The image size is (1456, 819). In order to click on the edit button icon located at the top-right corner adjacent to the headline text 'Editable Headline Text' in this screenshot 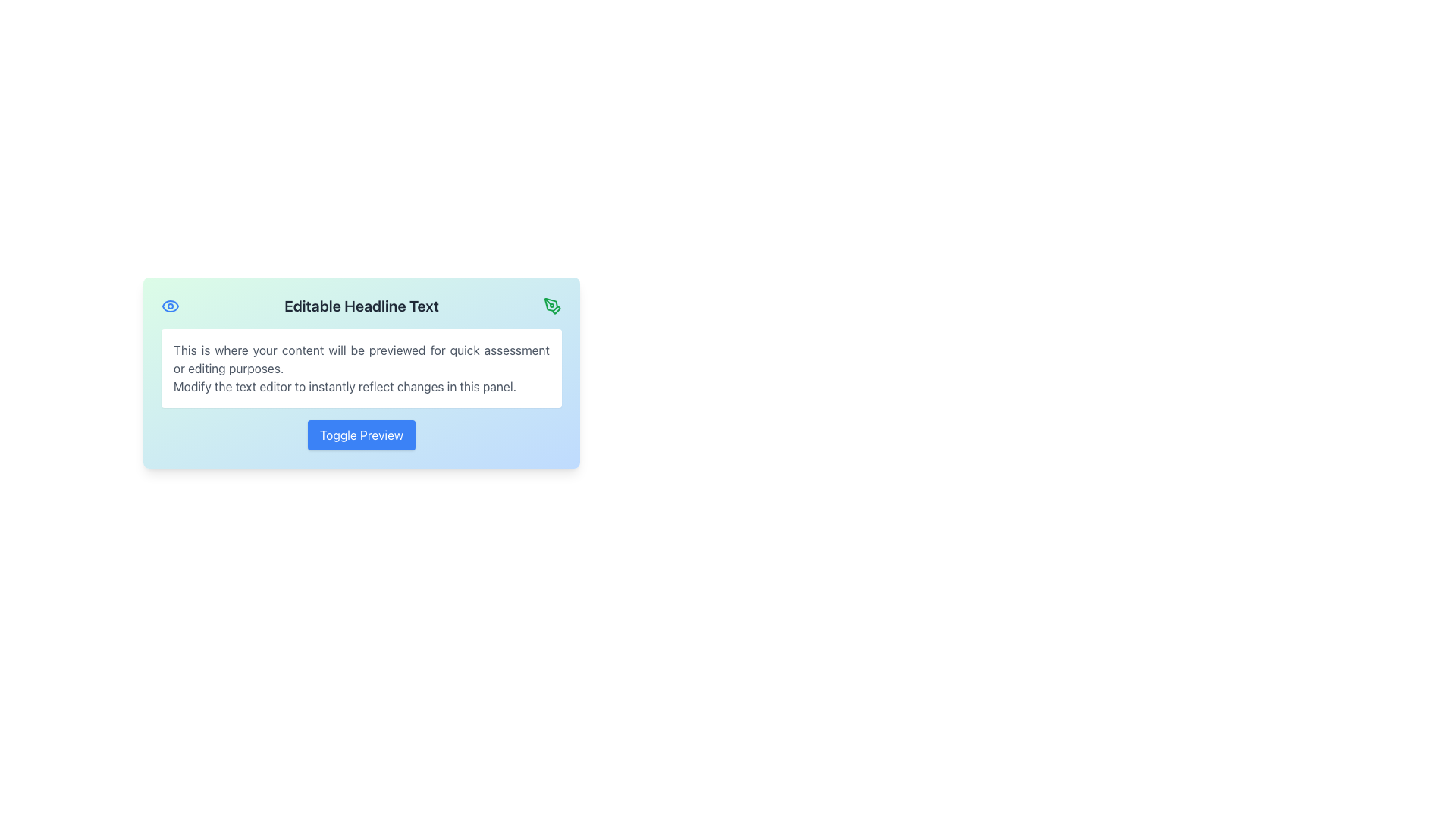, I will do `click(552, 306)`.